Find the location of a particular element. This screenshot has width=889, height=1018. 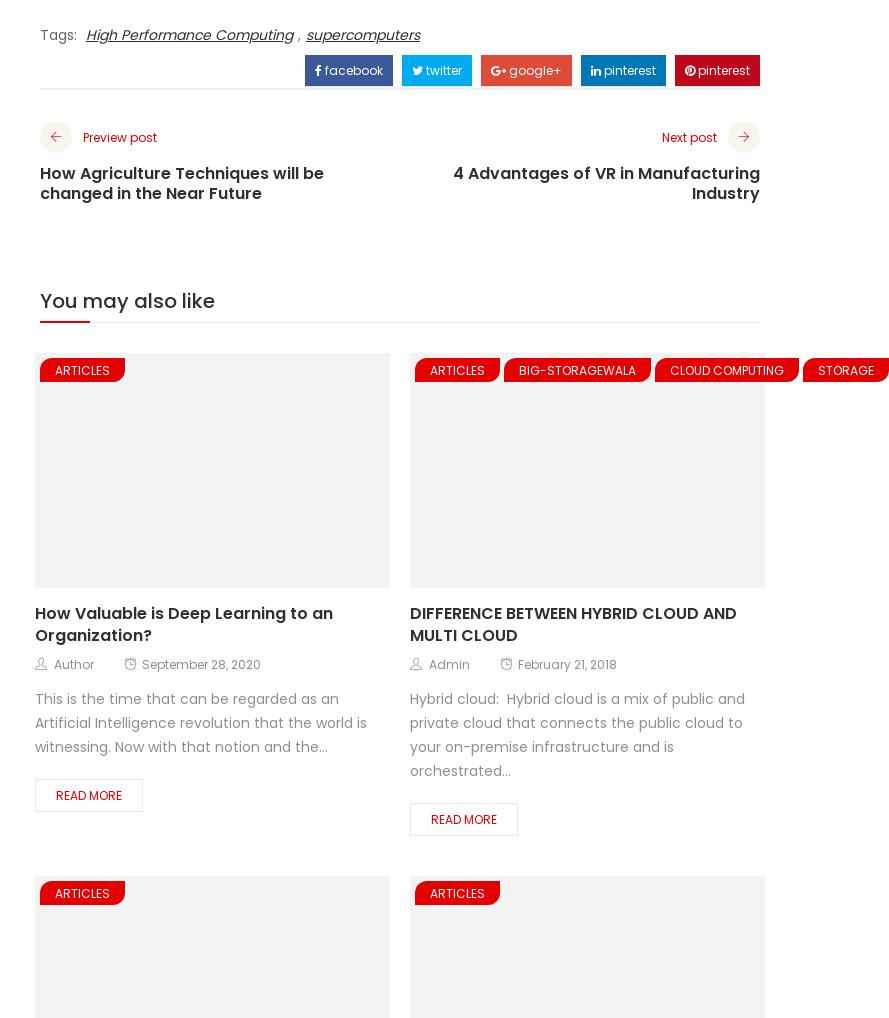

'How Agriculture Techniques will be changed in the Near Future' is located at coordinates (181, 182).